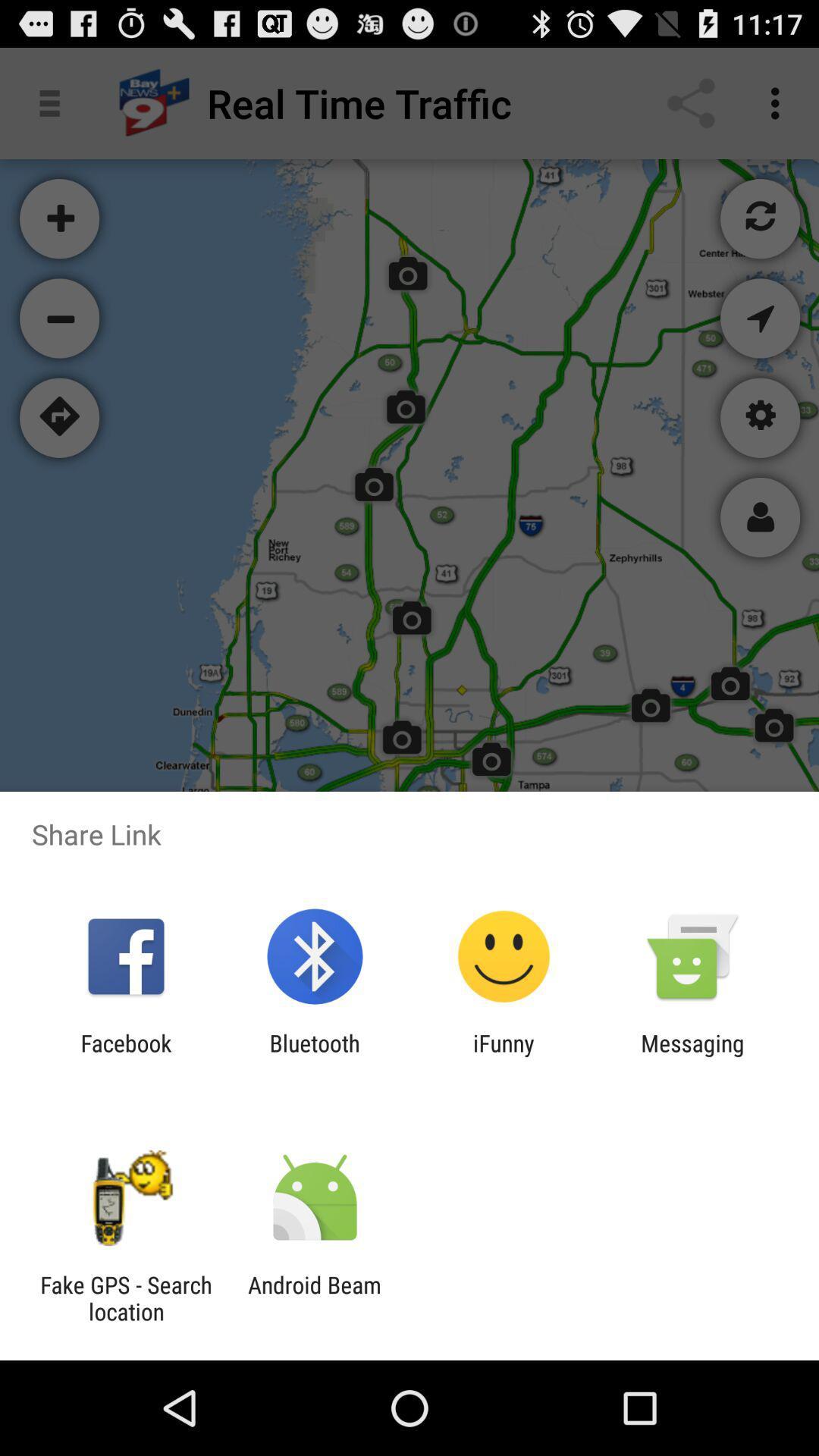 This screenshot has width=819, height=1456. Describe the element at coordinates (125, 1056) in the screenshot. I see `icon next to bluetooth item` at that location.